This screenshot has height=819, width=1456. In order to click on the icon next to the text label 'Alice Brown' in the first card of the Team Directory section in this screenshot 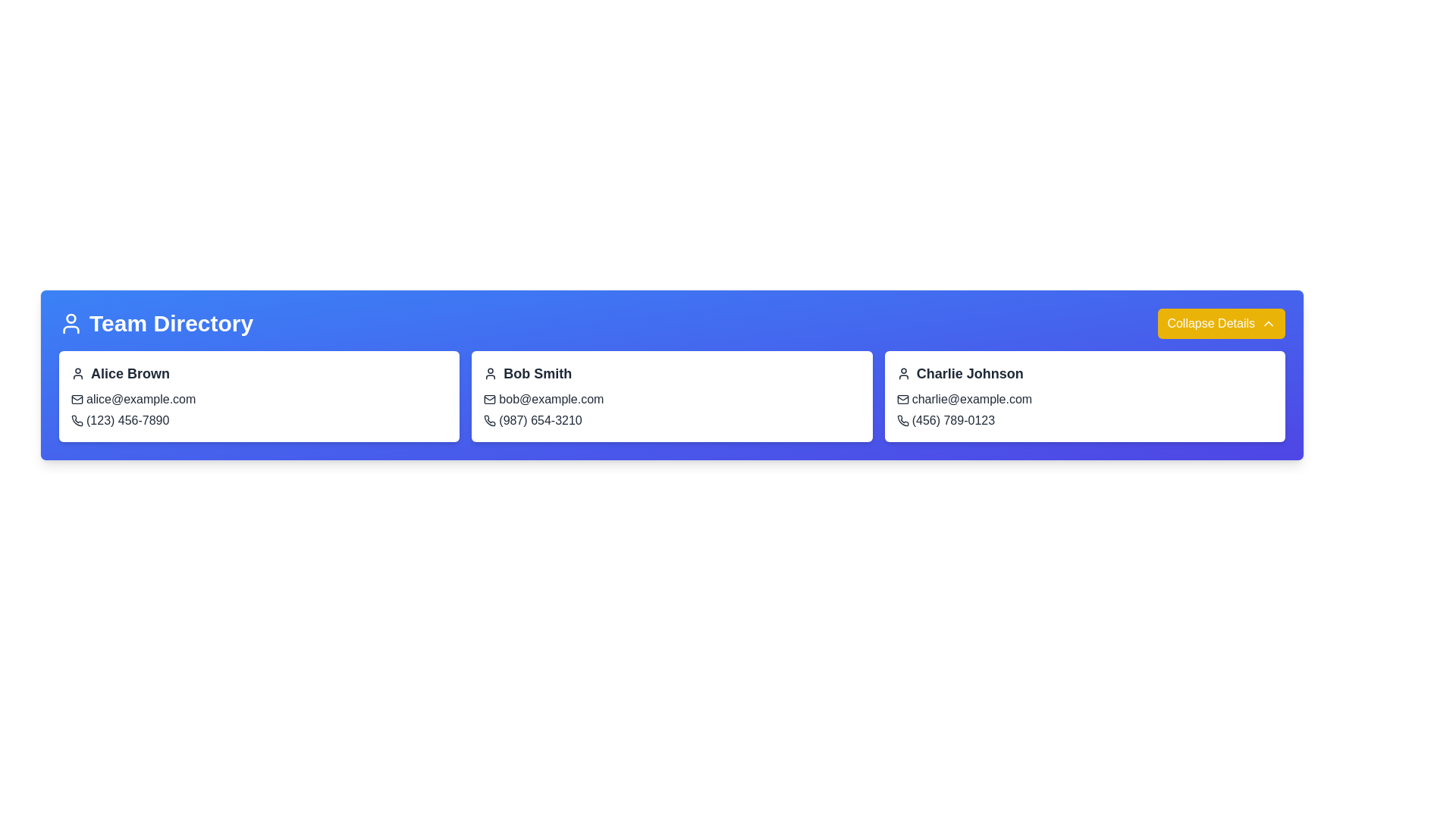, I will do `click(119, 374)`.